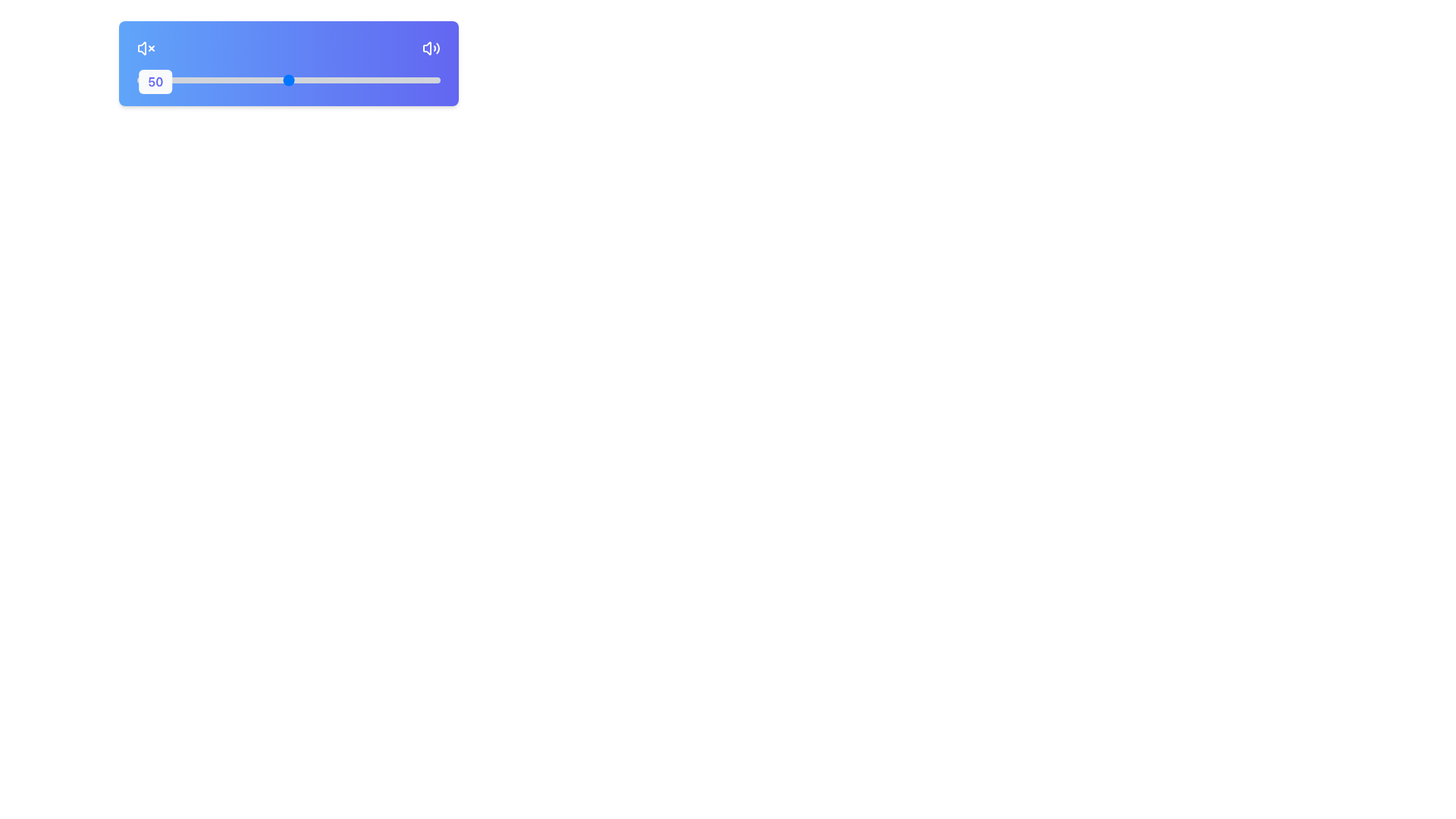  I want to click on the slider value, so click(385, 80).